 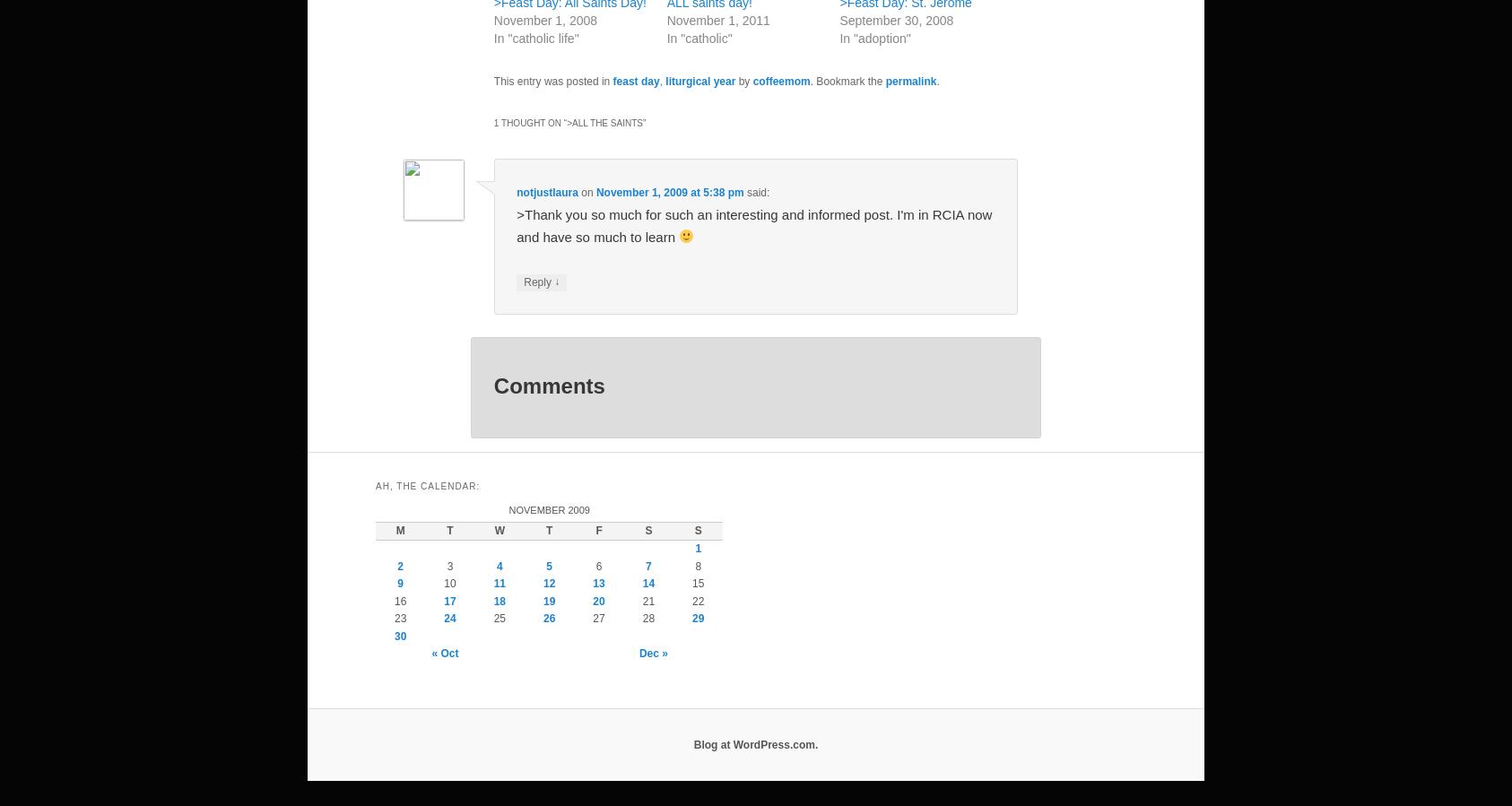 I want to click on 'Blog at WordPress.com.', so click(x=755, y=743).